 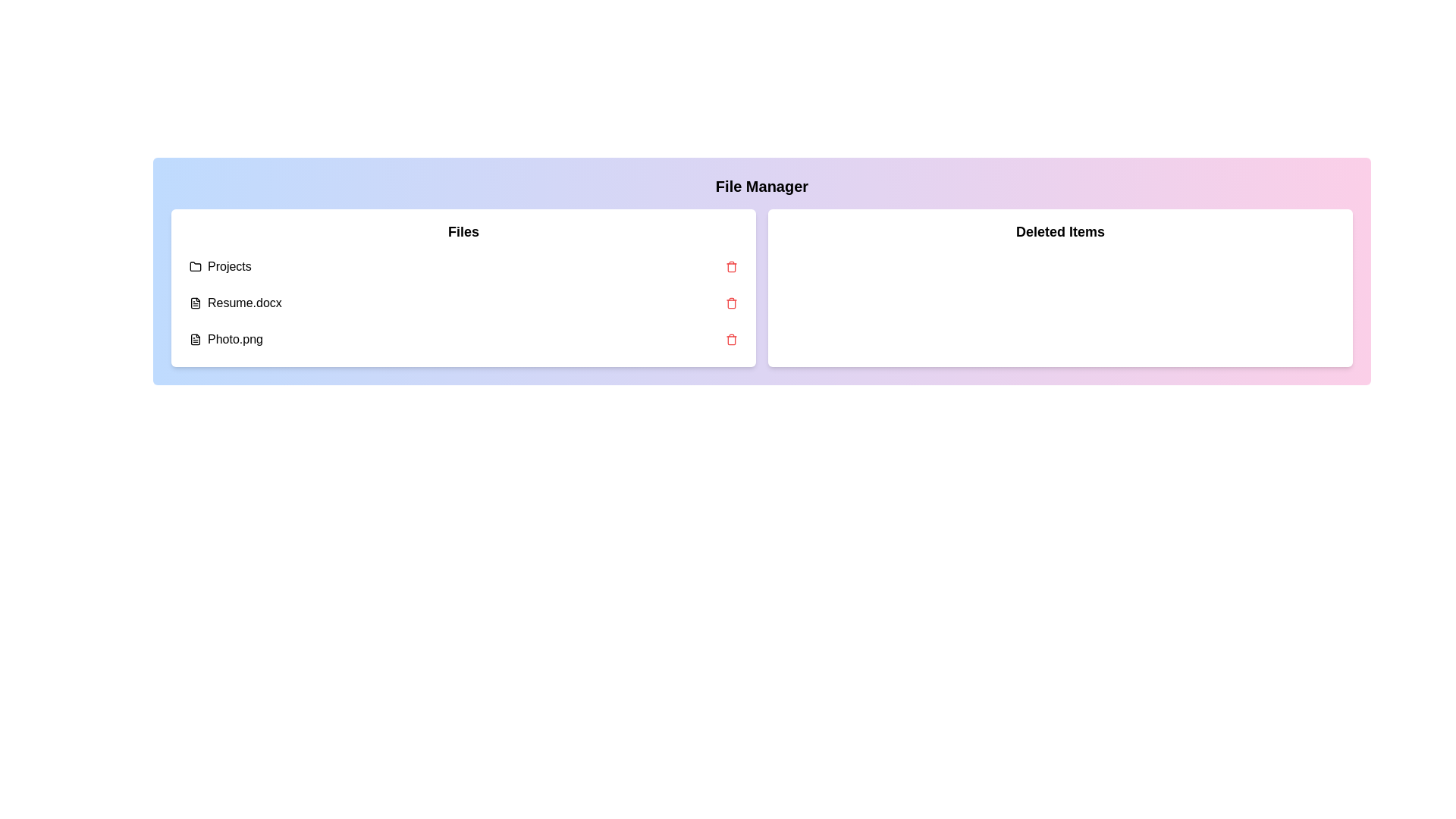 What do you see at coordinates (731, 265) in the screenshot?
I see `delete button next to the file Projects` at bounding box center [731, 265].